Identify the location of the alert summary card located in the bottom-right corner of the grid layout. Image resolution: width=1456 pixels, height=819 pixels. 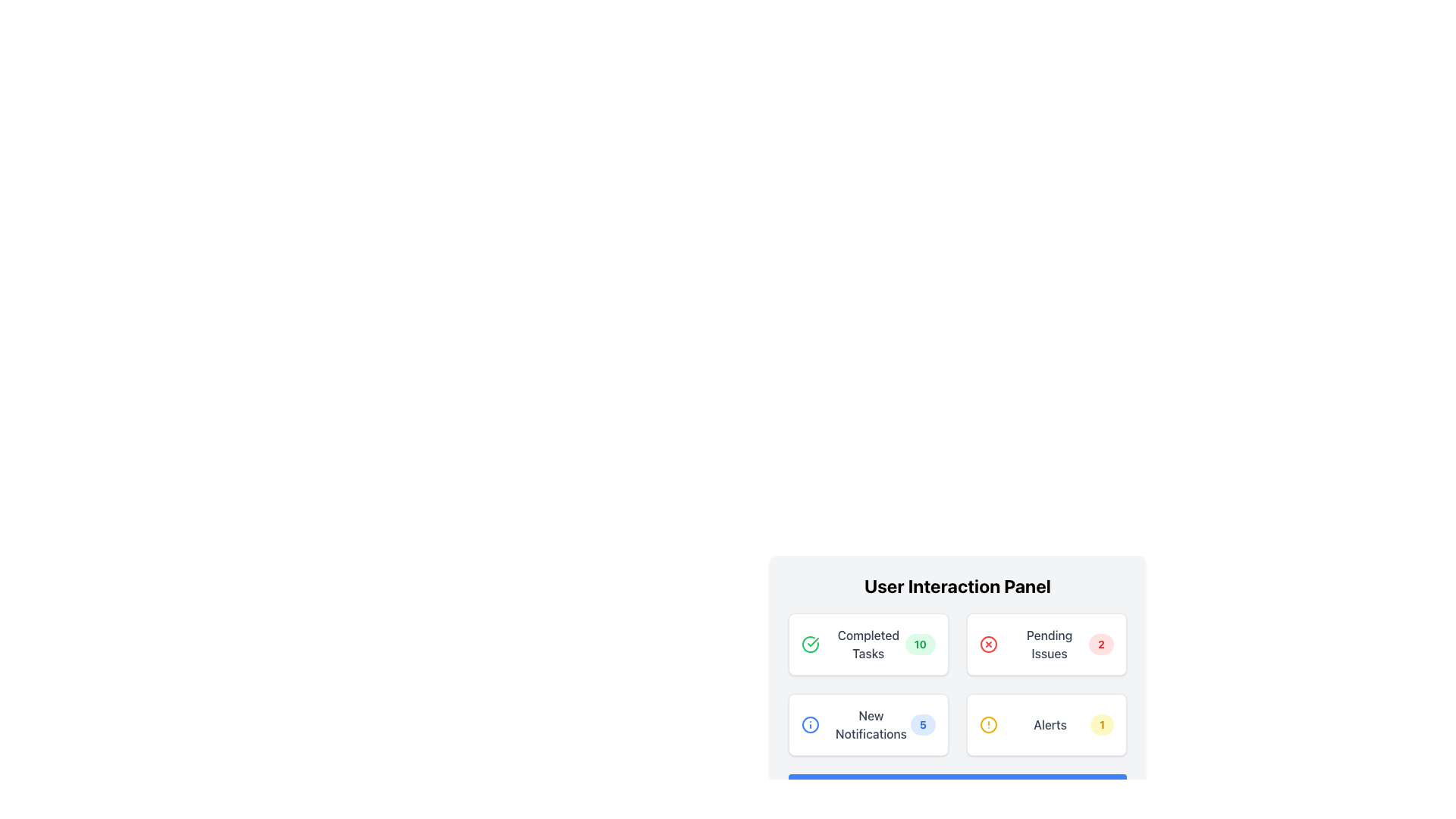
(1046, 724).